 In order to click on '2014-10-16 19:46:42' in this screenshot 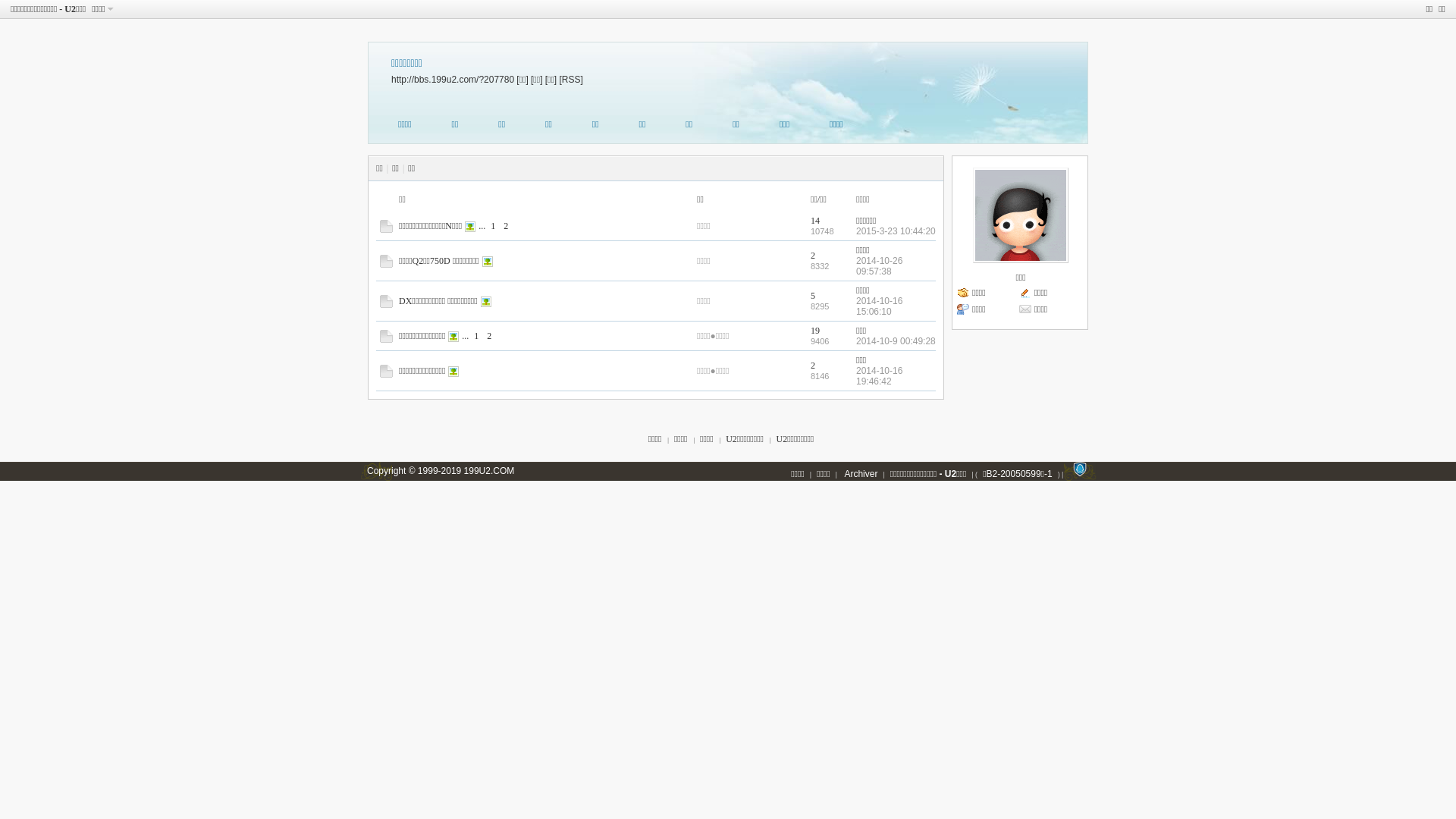, I will do `click(879, 375)`.